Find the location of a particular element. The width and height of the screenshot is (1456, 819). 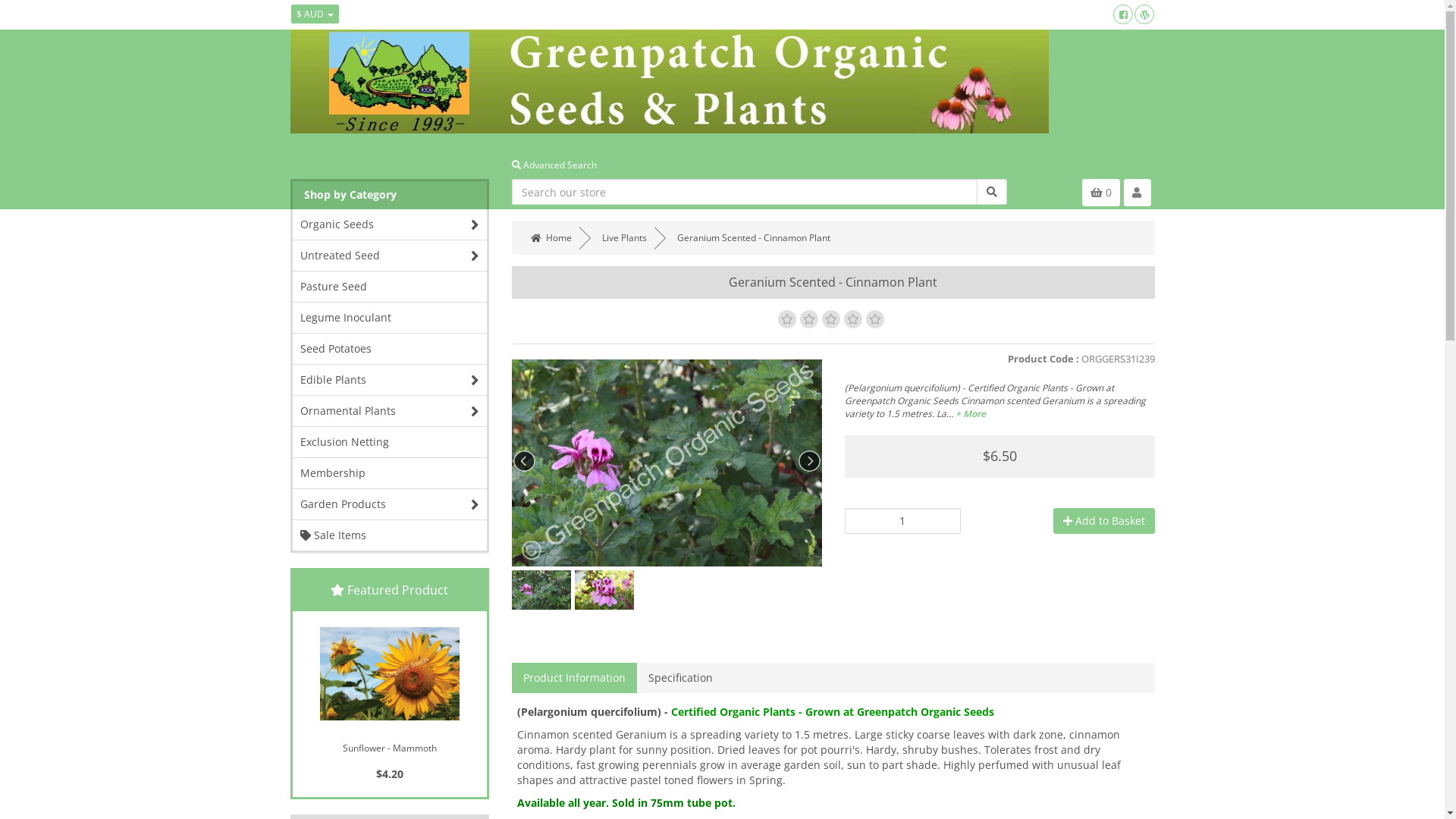

'+ More' is located at coordinates (971, 413).